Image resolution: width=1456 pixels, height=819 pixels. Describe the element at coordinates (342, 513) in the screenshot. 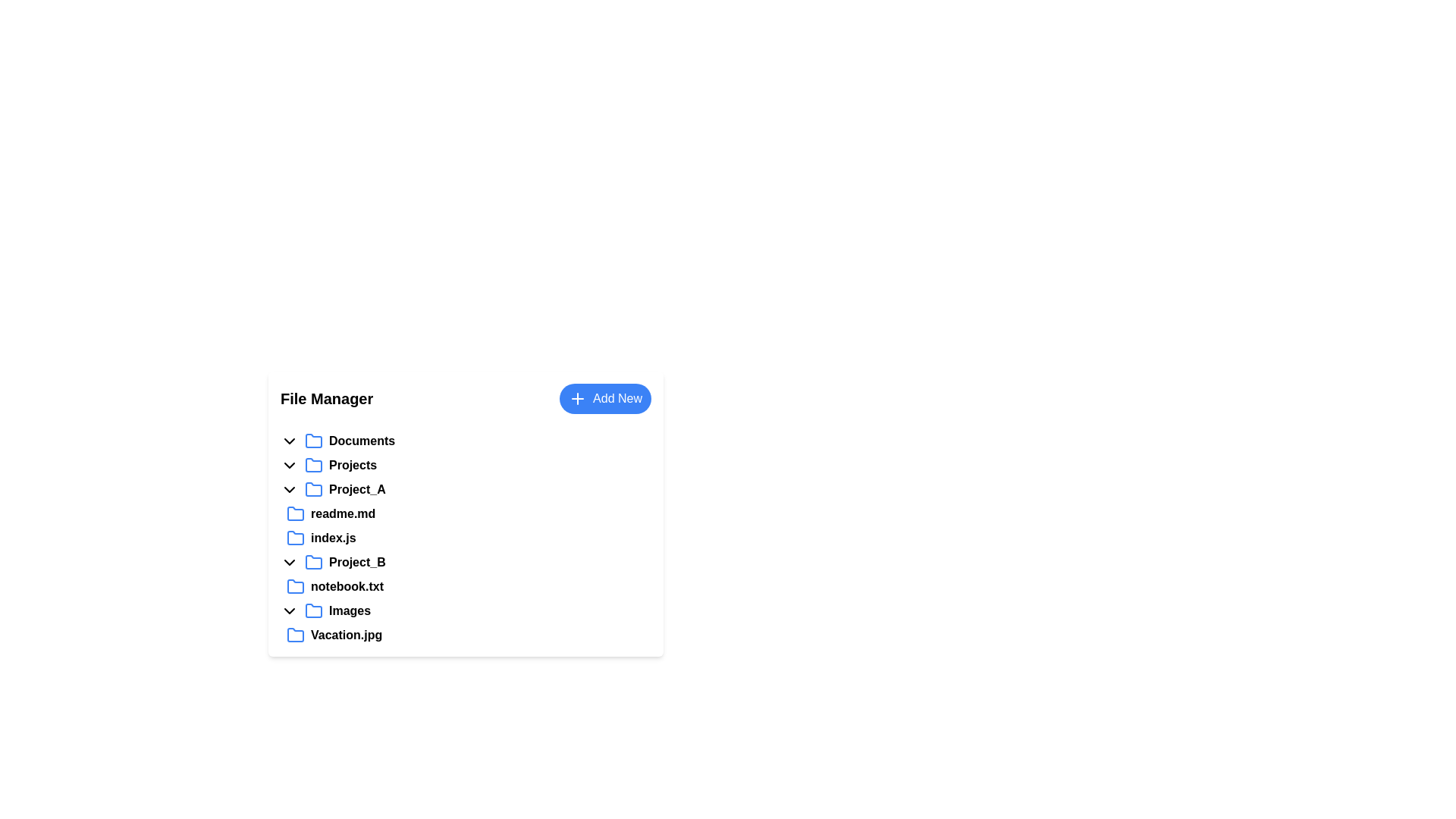

I see `the text label displaying the filename 'readme.md', which is styled in bold font and positioned next to a blue folder icon in the 'Project_A' directory` at that location.